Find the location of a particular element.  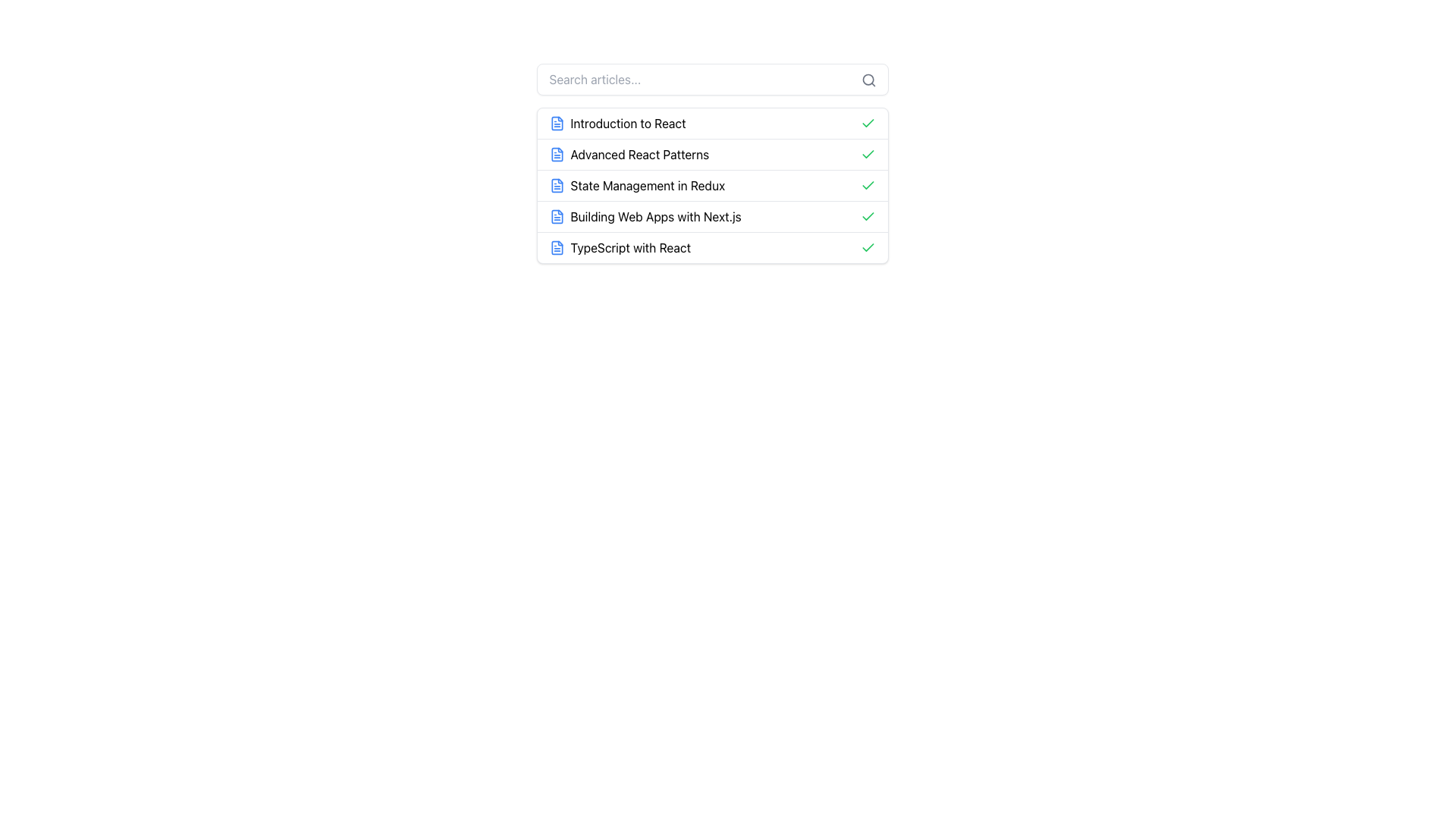

the document file icon, which has a blue fill color and a folded top corner, positioned above a smaller folded corner icon in the list of icons is located at coordinates (556, 247).